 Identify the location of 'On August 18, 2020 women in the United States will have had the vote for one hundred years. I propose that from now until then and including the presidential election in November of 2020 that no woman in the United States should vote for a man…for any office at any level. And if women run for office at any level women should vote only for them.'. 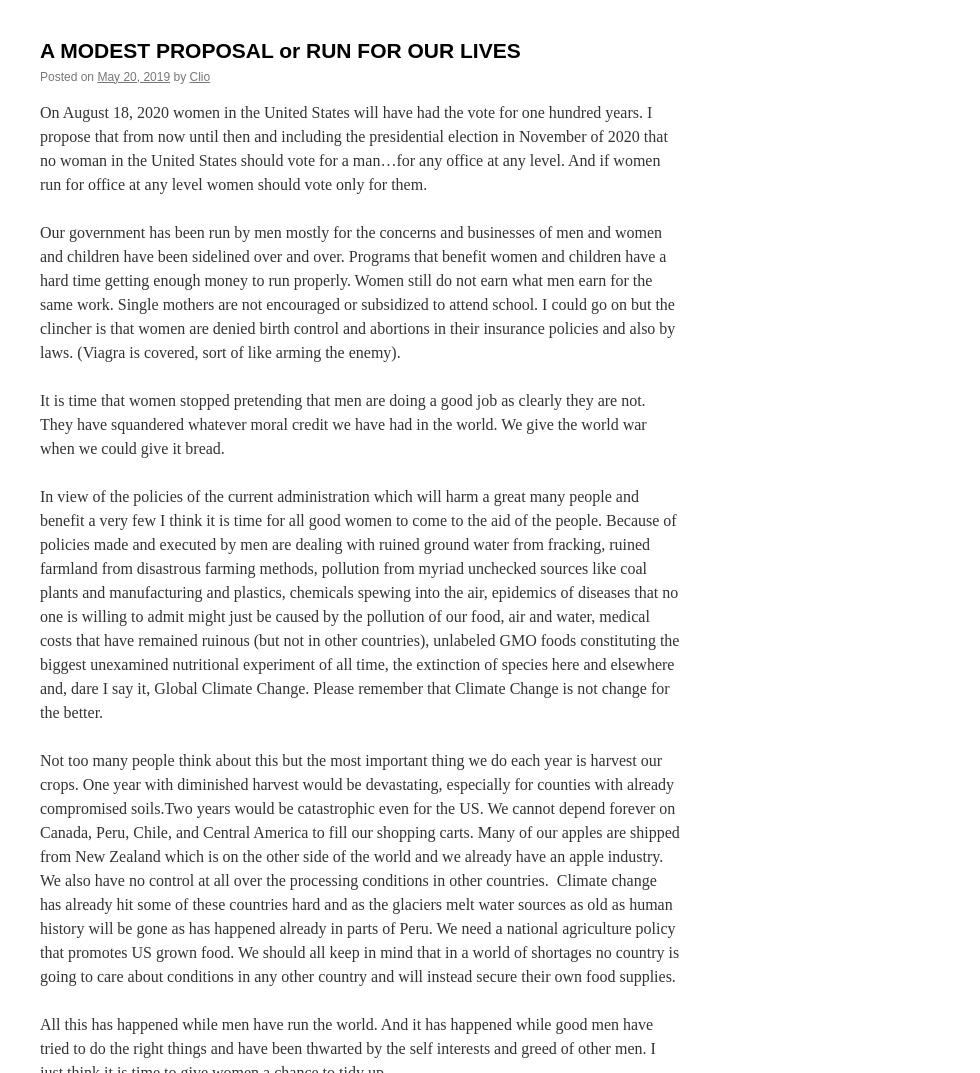
(353, 146).